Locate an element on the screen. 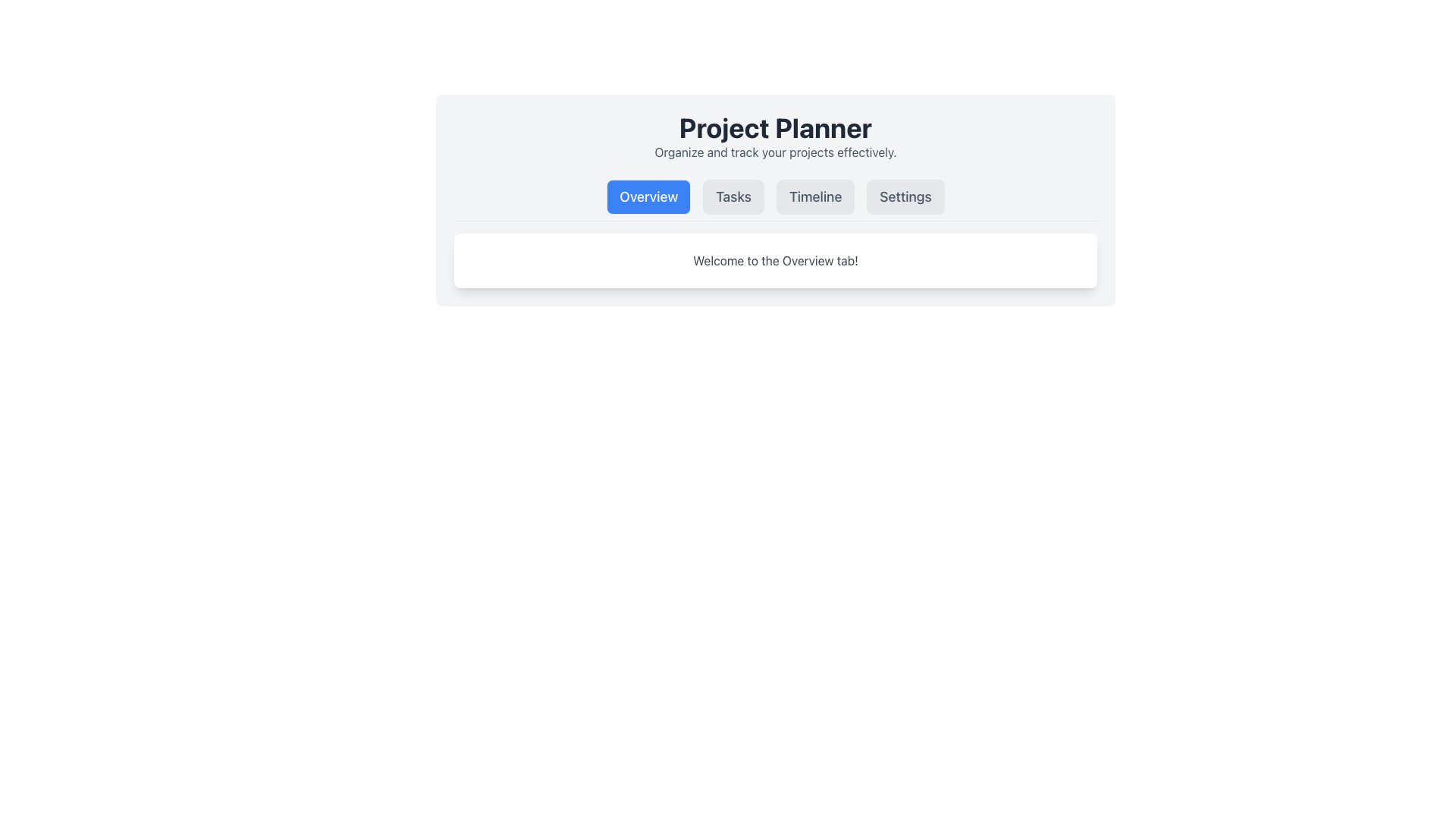 This screenshot has height=819, width=1456. the text element that says 'Organize and track your projects effectively.' located directly below 'Project Planner' in the heading section is located at coordinates (775, 152).